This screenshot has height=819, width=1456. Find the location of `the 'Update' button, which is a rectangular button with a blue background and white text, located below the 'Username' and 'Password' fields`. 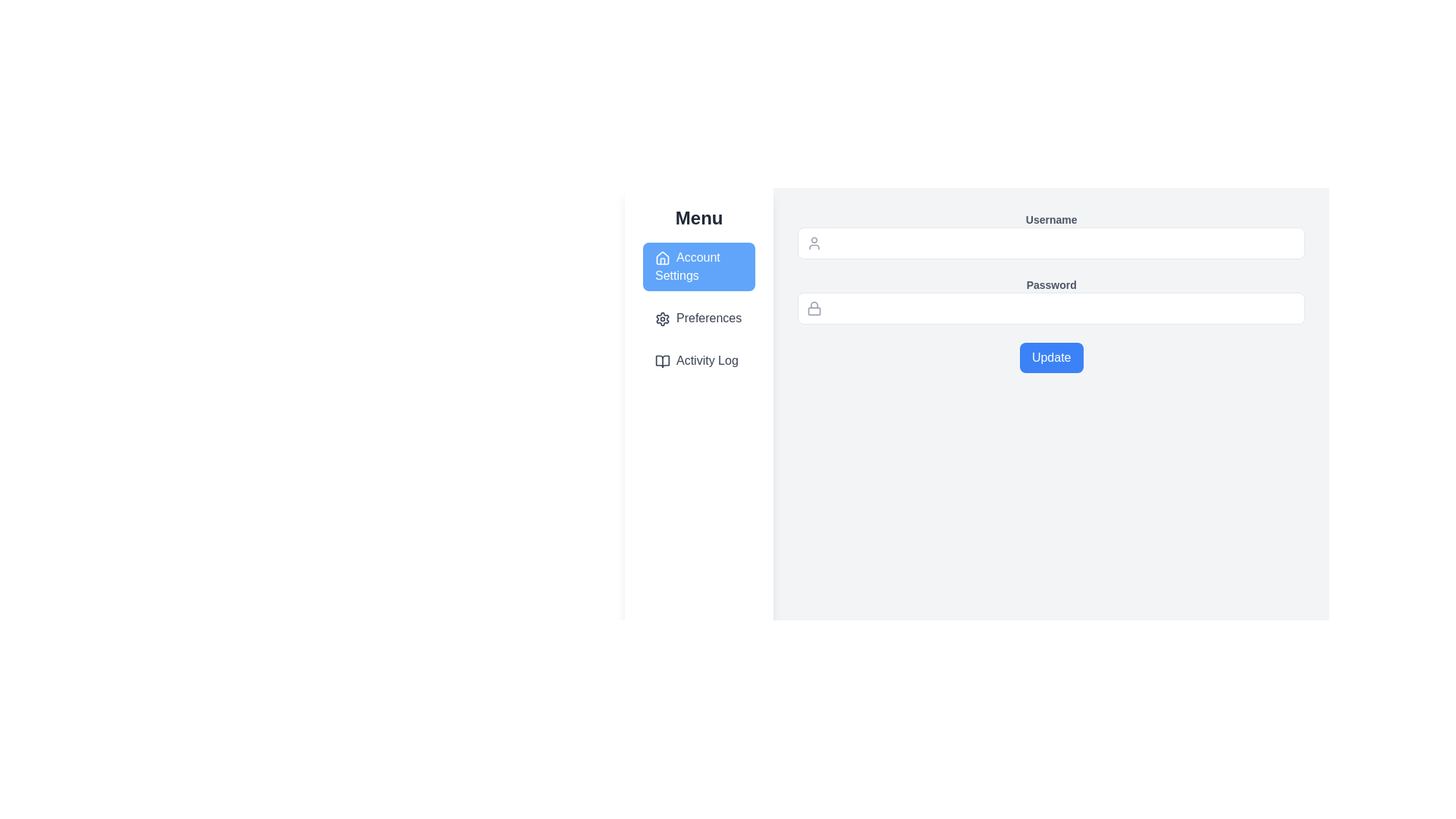

the 'Update' button, which is a rectangular button with a blue background and white text, located below the 'Username' and 'Password' fields is located at coordinates (1050, 357).